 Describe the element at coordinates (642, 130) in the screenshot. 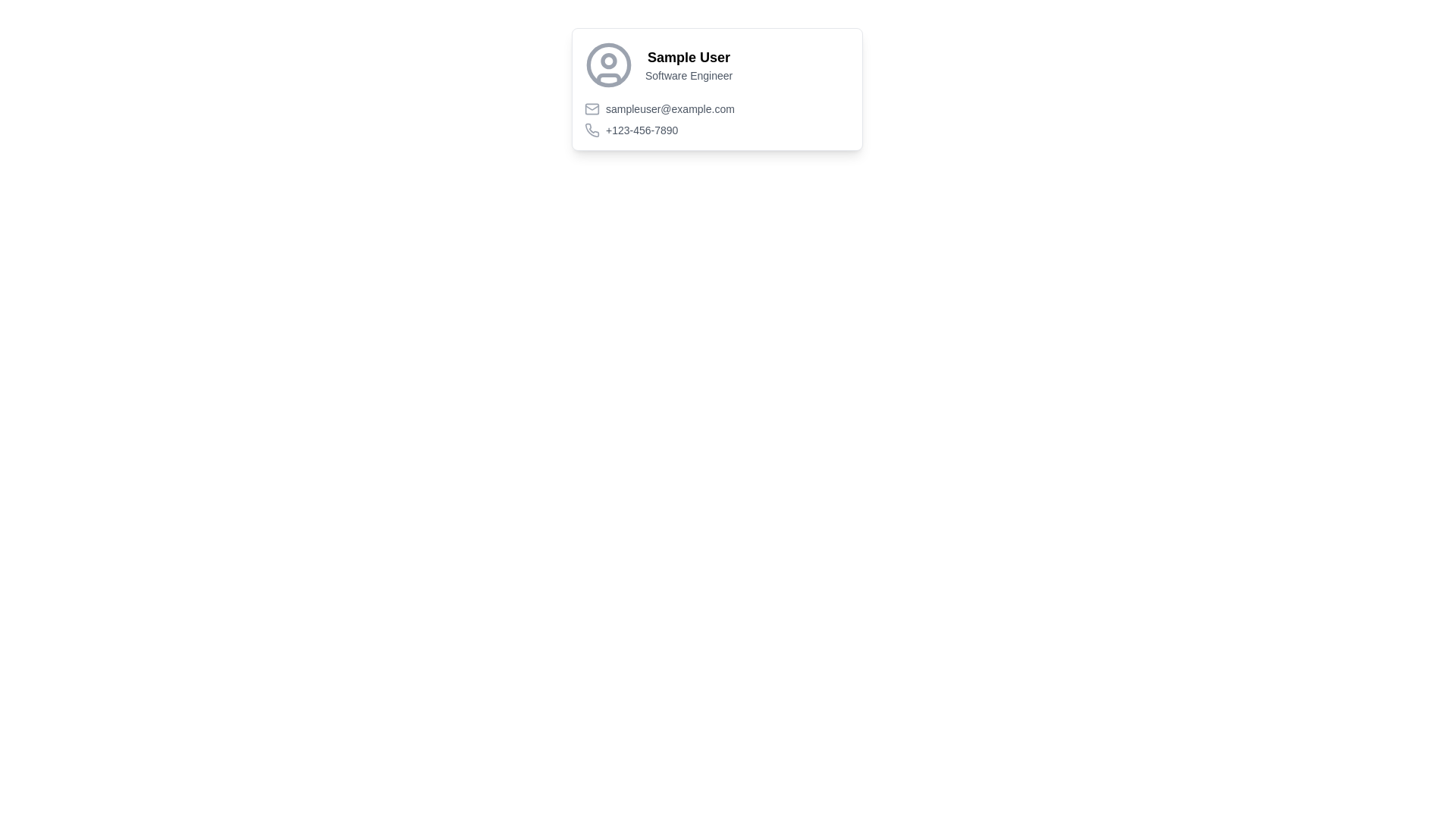

I see `the phone number displayed` at that location.